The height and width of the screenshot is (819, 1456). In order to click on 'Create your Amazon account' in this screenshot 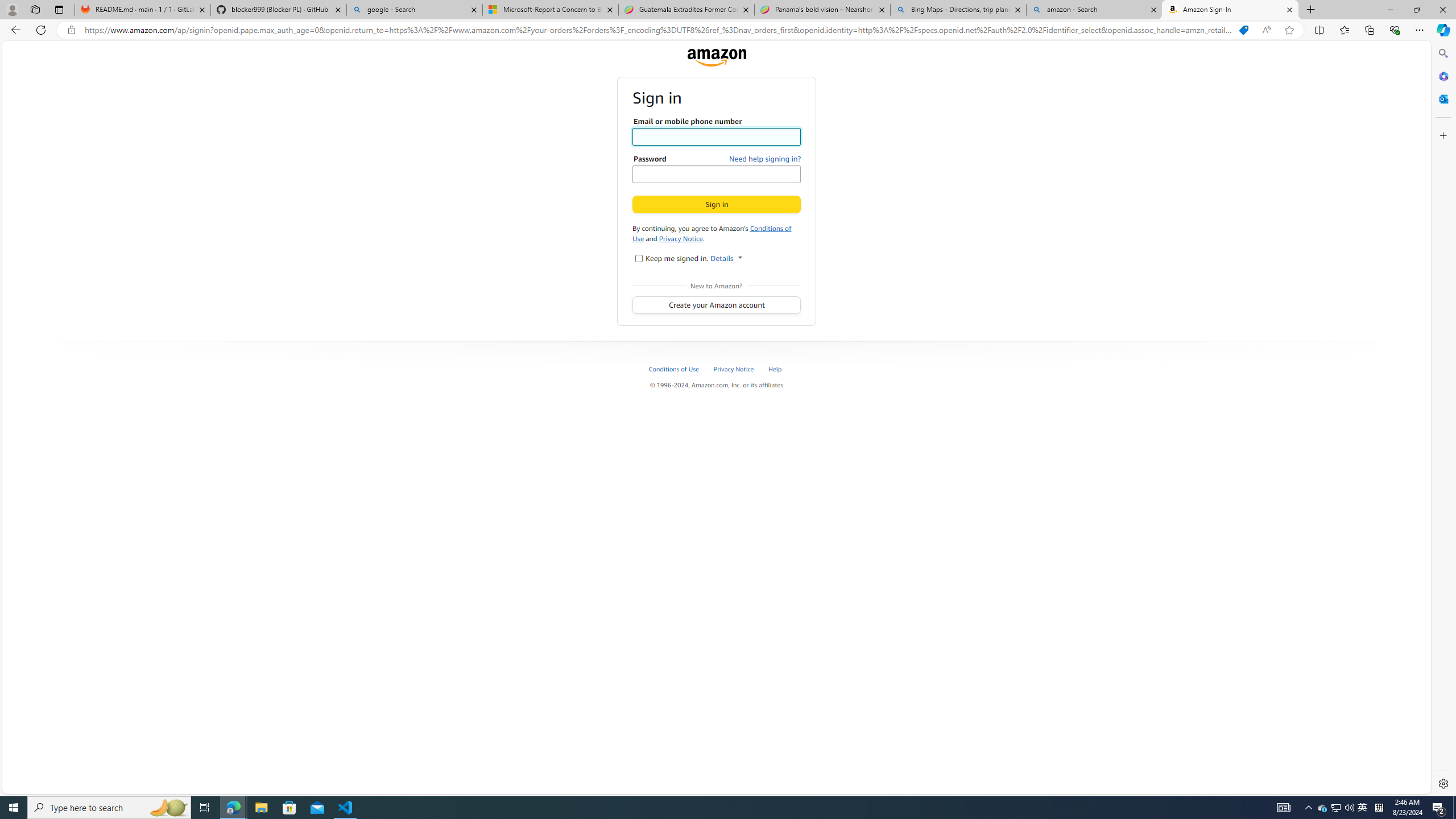, I will do `click(716, 305)`.